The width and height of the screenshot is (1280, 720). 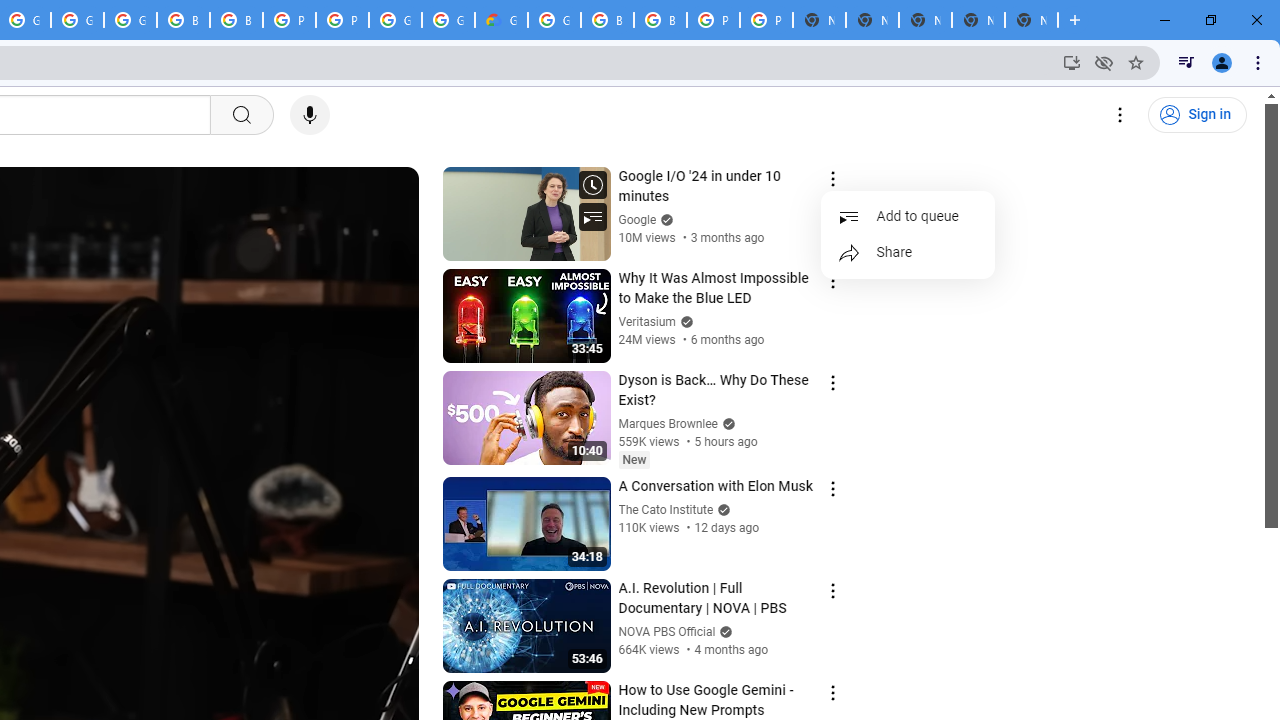 I want to click on 'Install YouTube', so click(x=1071, y=61).